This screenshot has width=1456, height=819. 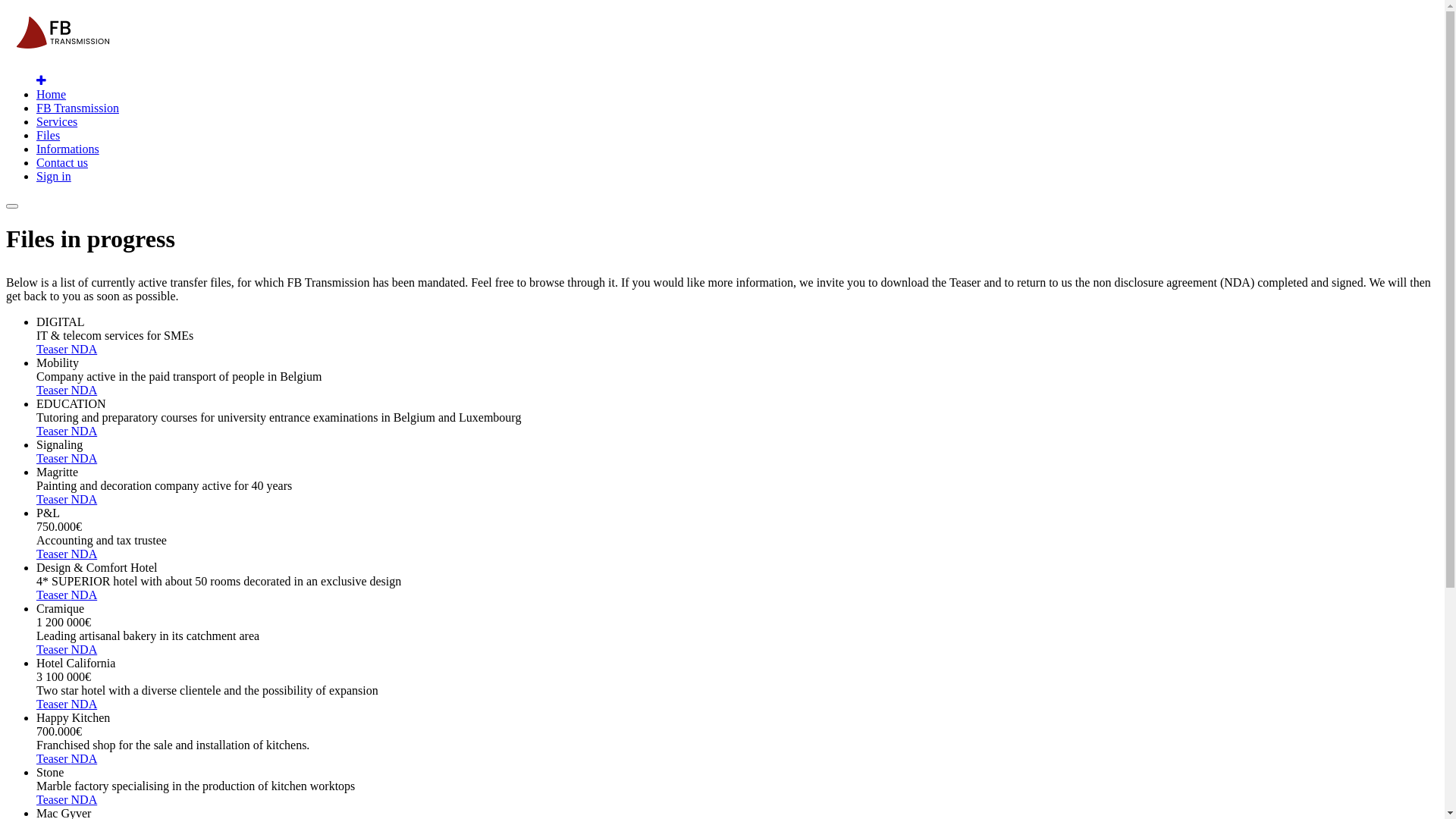 I want to click on 'Informations', so click(x=67, y=149).